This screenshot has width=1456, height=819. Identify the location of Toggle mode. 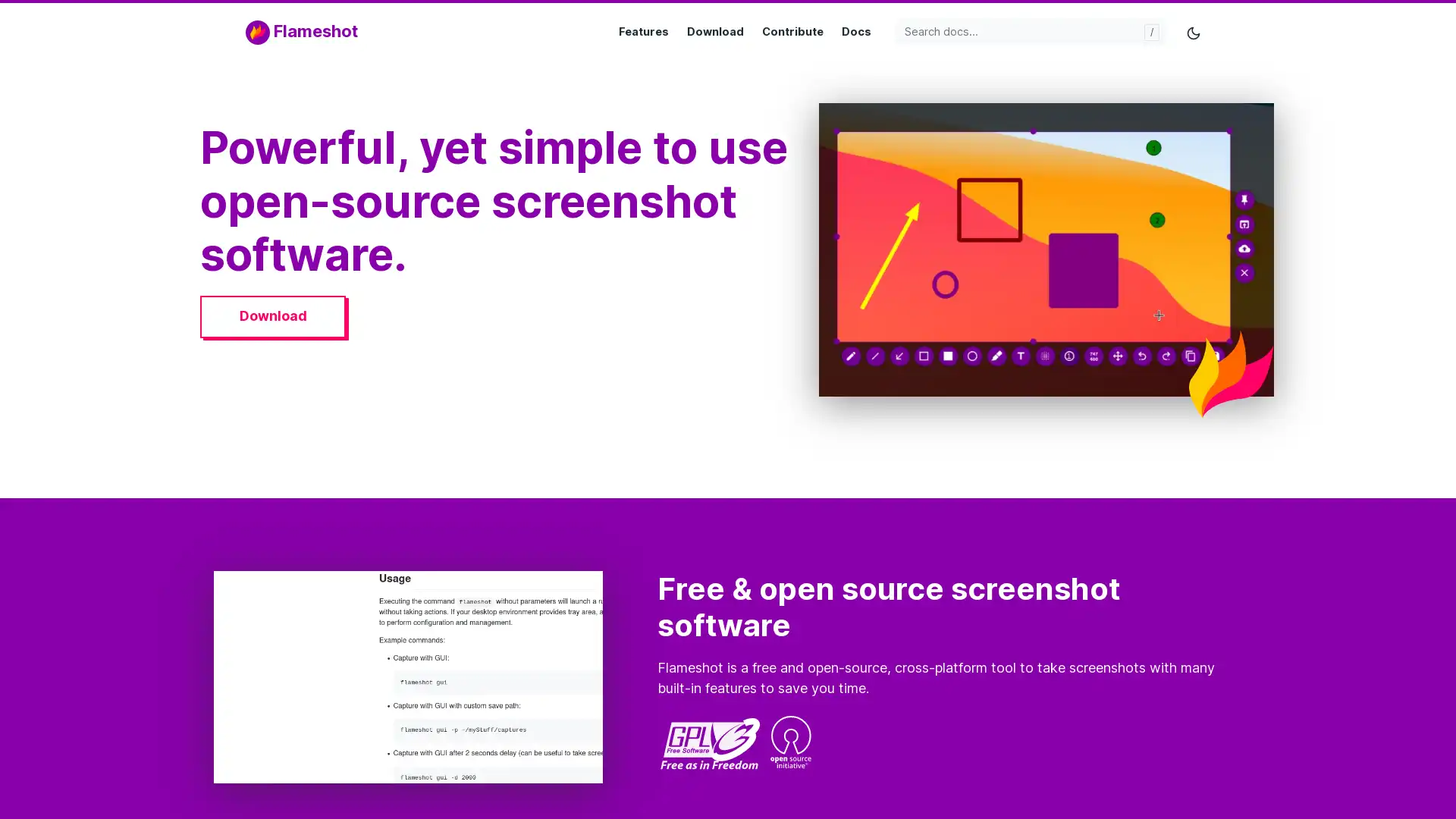
(1193, 32).